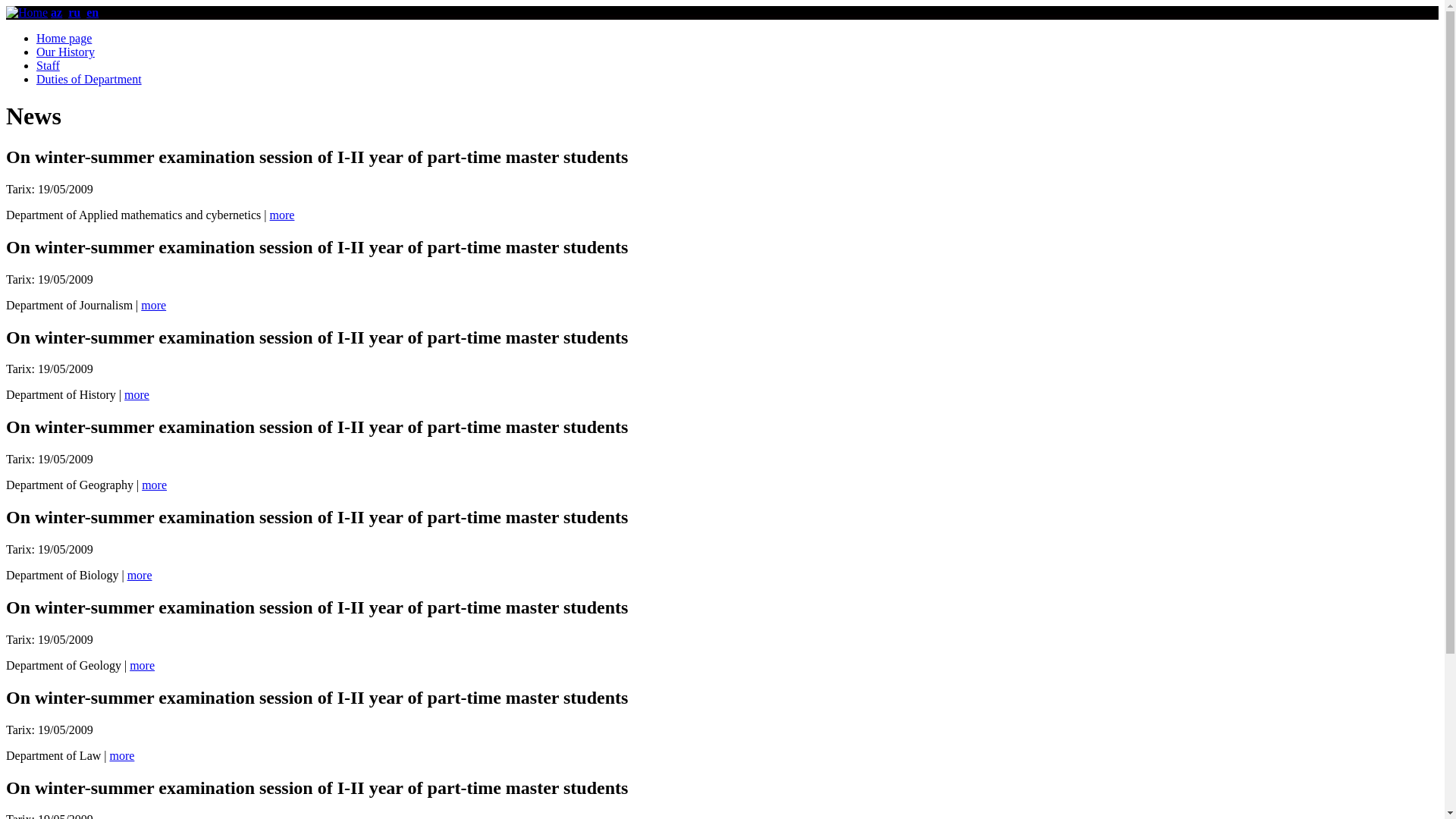 This screenshot has height=819, width=1456. What do you see at coordinates (136, 394) in the screenshot?
I see `'more'` at bounding box center [136, 394].